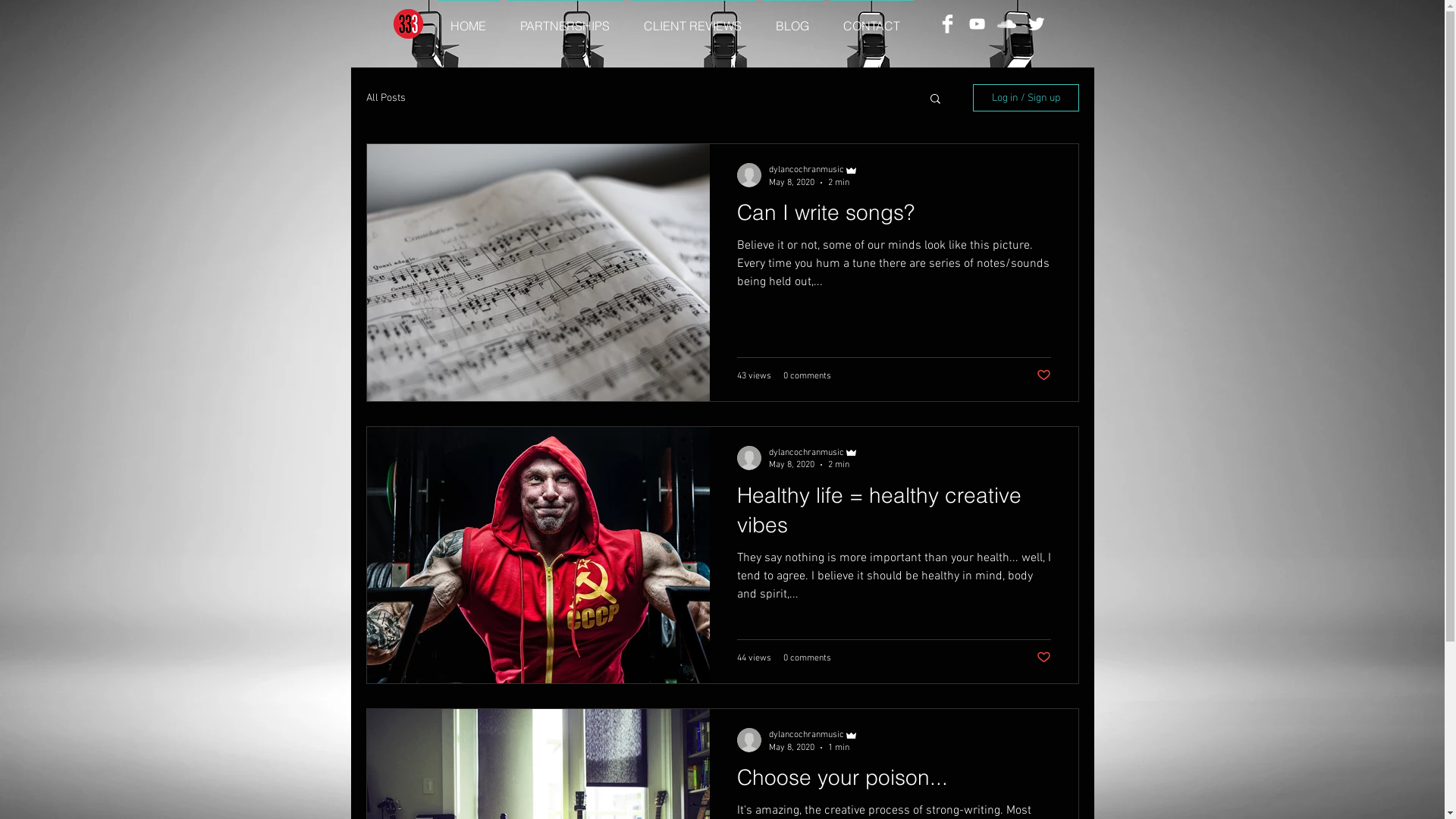  What do you see at coordinates (791, 19) in the screenshot?
I see `'BLOG'` at bounding box center [791, 19].